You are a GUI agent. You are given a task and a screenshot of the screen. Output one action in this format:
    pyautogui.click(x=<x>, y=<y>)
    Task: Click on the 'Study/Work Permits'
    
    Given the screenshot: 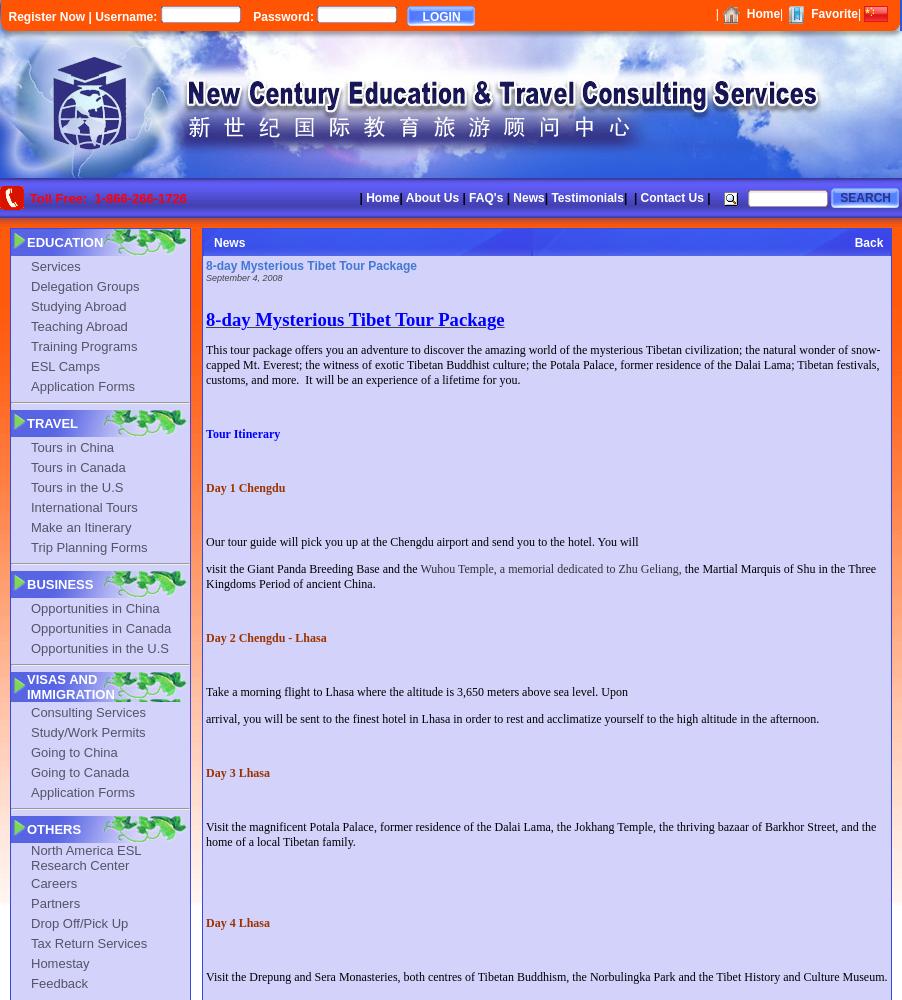 What is the action you would take?
    pyautogui.click(x=88, y=730)
    